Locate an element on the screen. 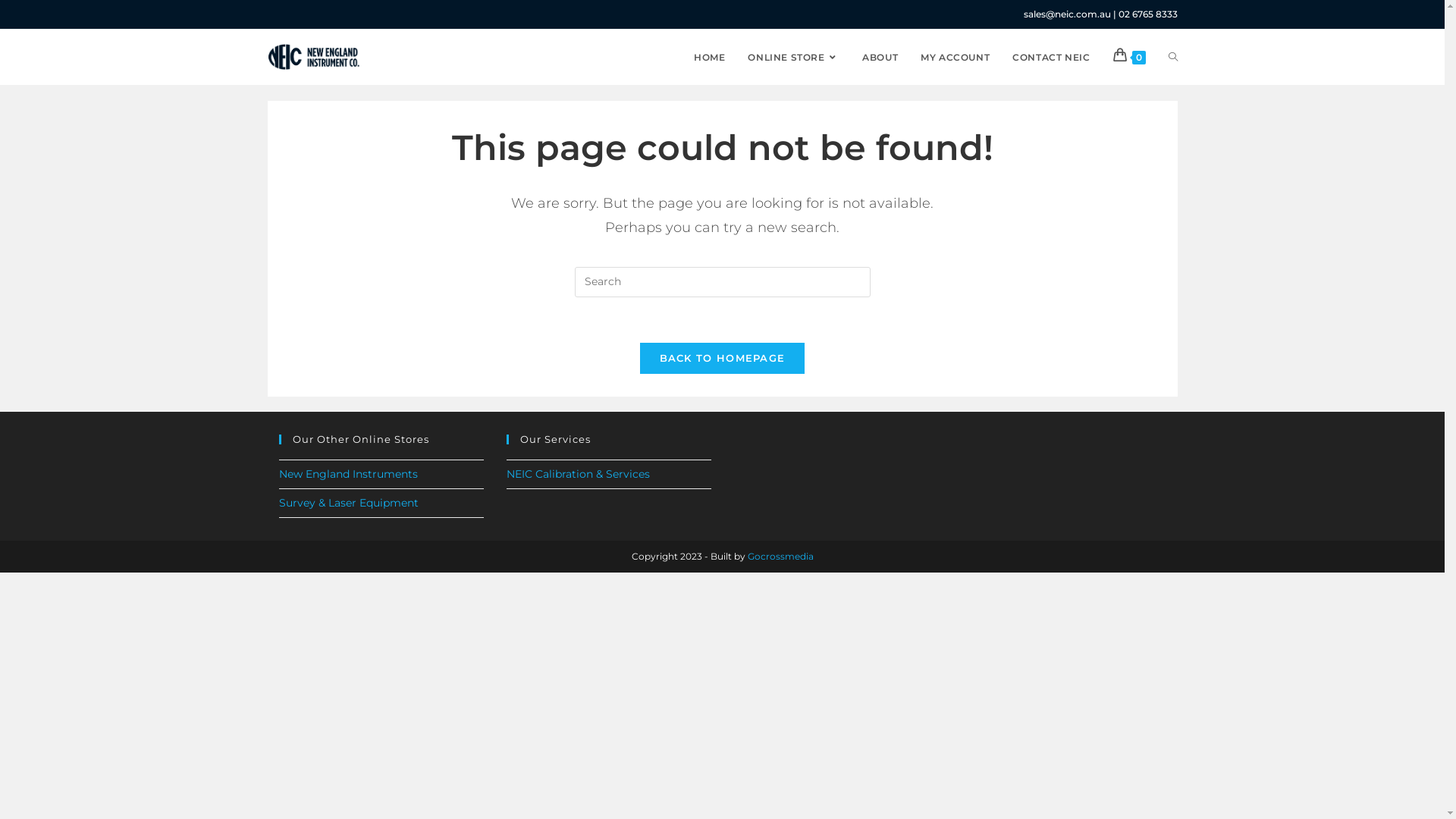 The height and width of the screenshot is (819, 1456). '0' is located at coordinates (1128, 56).